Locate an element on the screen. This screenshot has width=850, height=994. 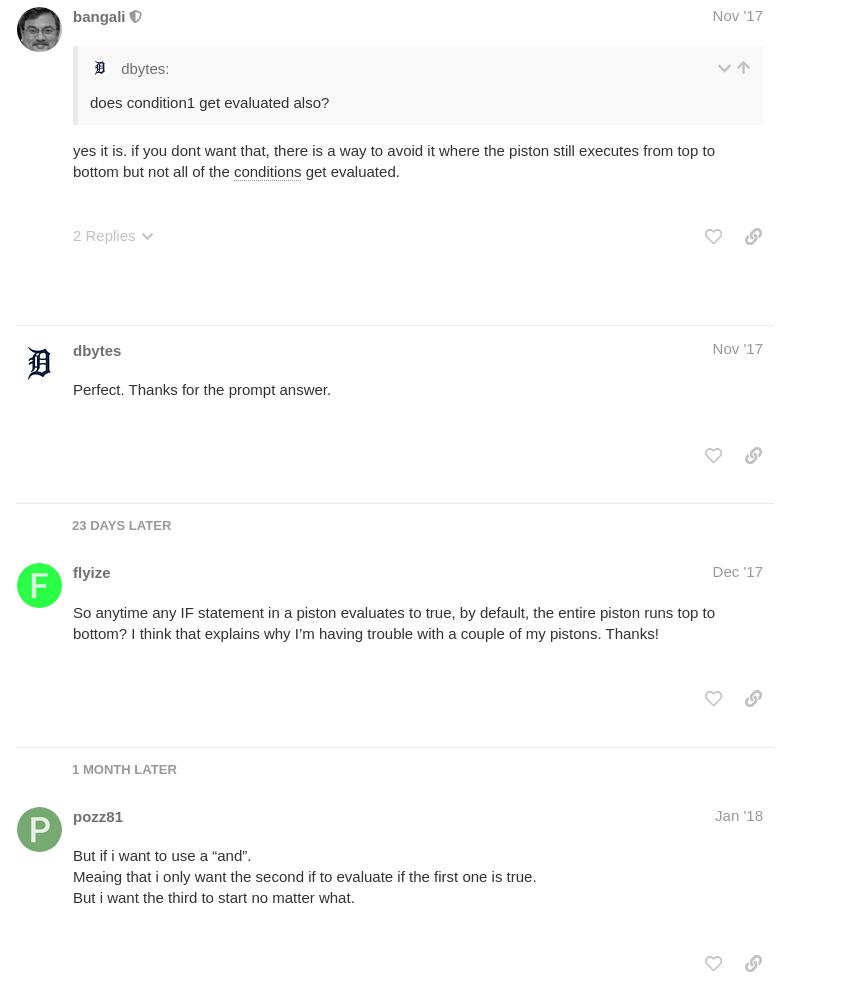
'23 days later' is located at coordinates (120, 525).